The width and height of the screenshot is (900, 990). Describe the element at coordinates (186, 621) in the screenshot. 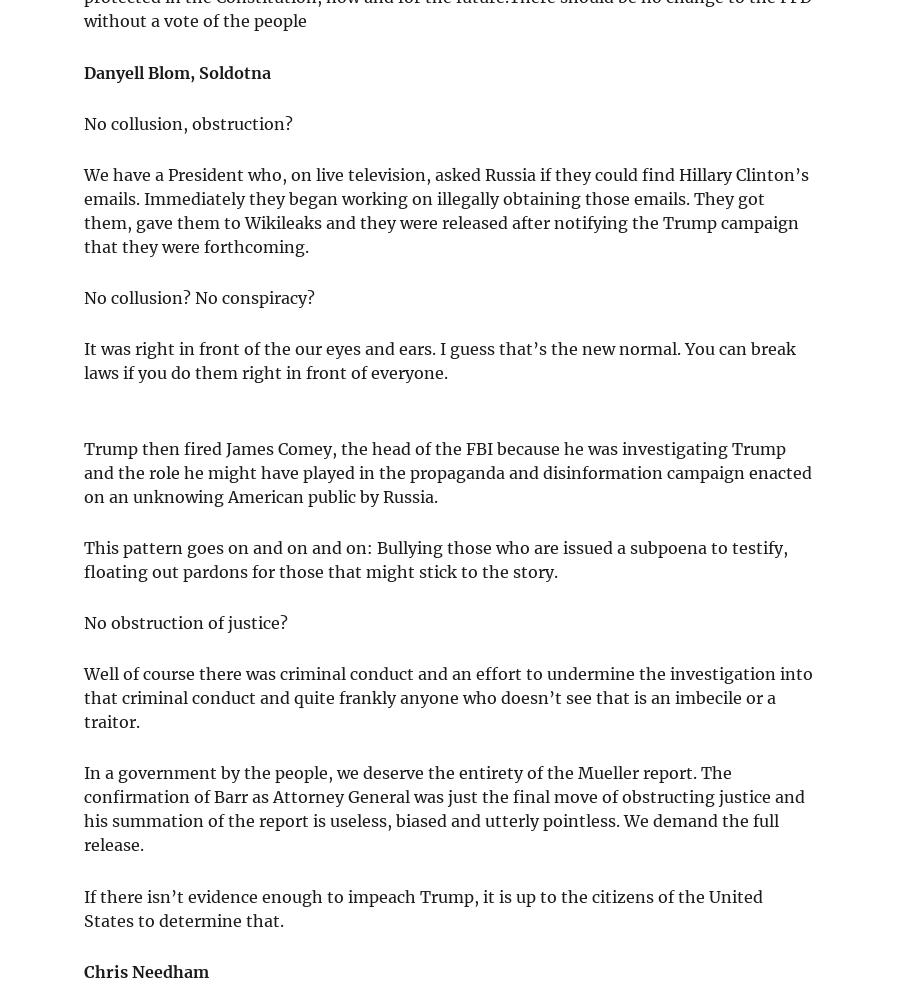

I see `'No obstruction of justice?'` at that location.